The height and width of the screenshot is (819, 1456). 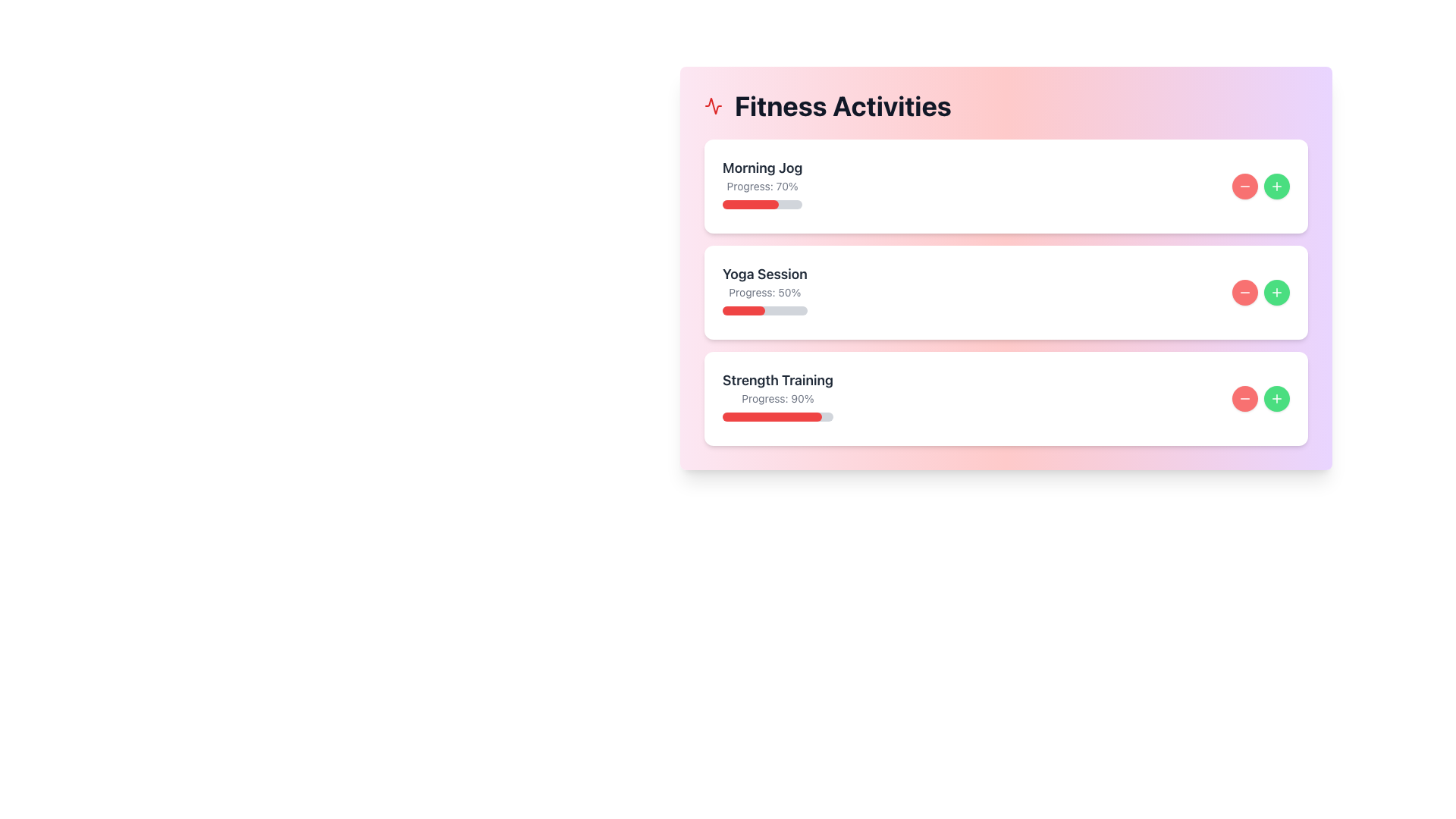 I want to click on the Progress Bar indicating 70% completion of the 'Morning Jog' activity, located beneath the title and progress percentage text, so click(x=762, y=205).